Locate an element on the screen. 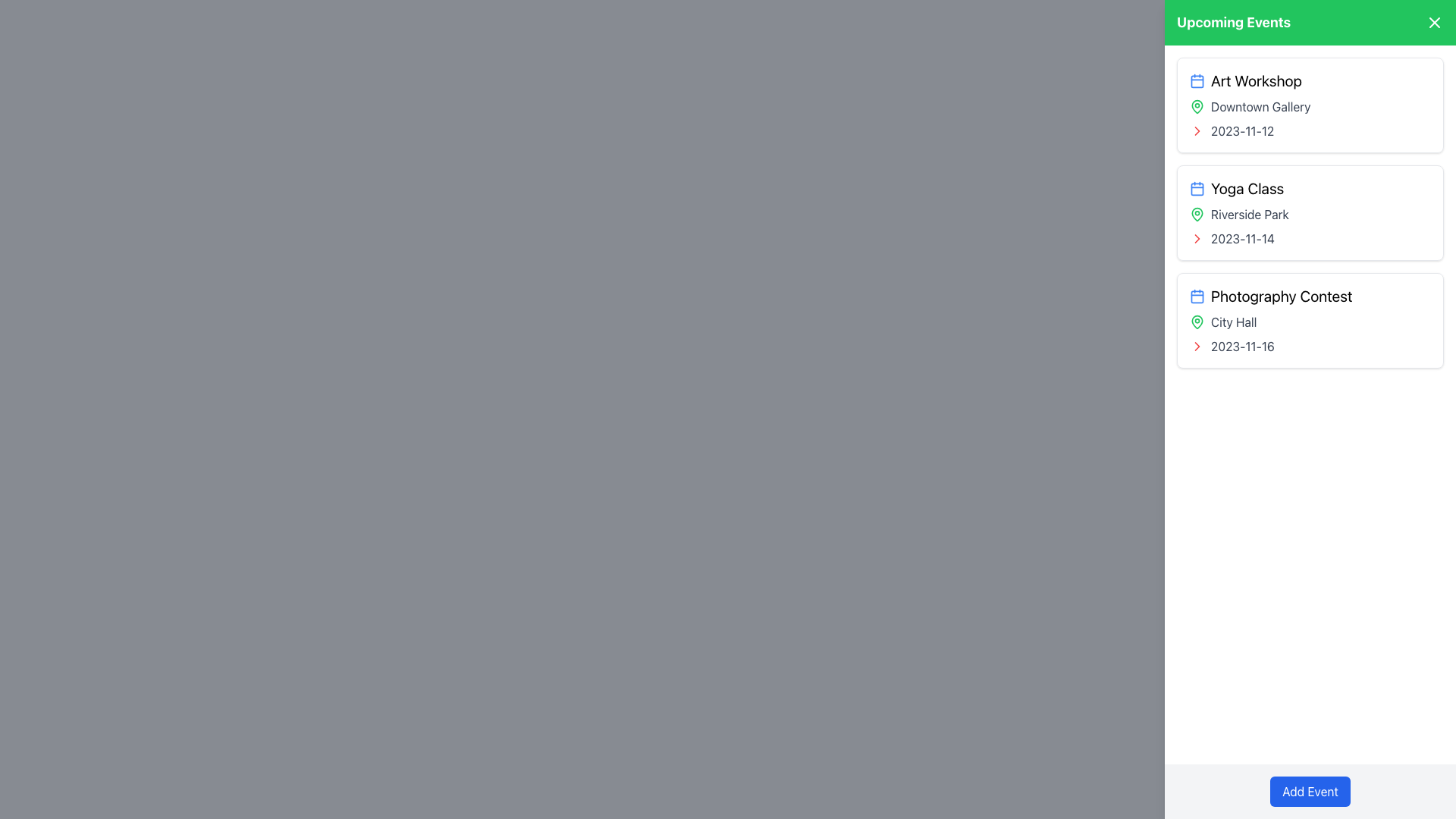 Image resolution: width=1456 pixels, height=819 pixels. the event icon located at the top-left corner of the 'Art Workshop' card within the 'Upcoming Events' panel, which symbolizes the event's schedule is located at coordinates (1197, 81).